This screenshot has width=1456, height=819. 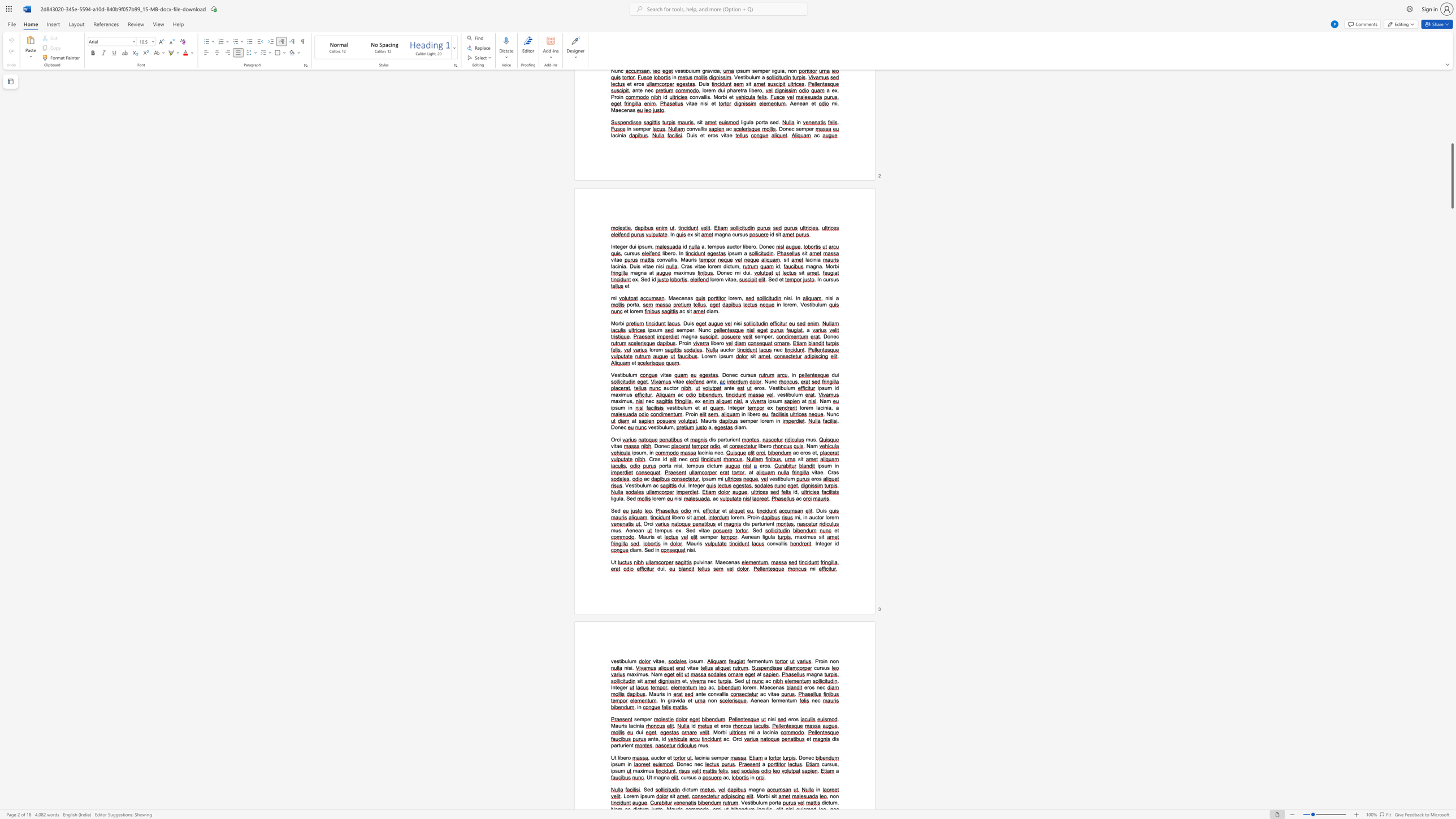 I want to click on the space between the continuous character "i" and "b" in the text, so click(x=780, y=479).